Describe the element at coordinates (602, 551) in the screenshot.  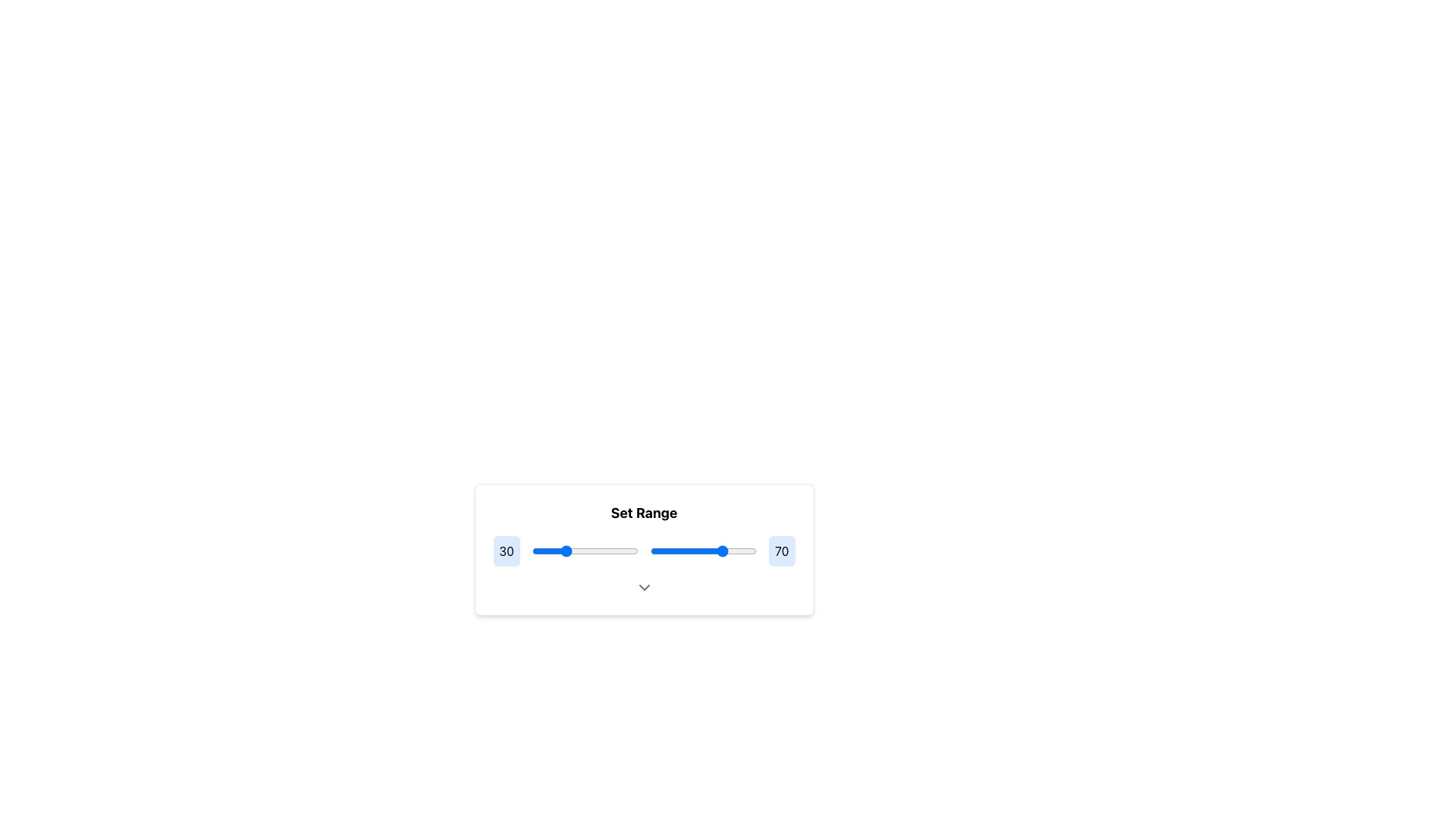
I see `the start value of the range slider` at that location.